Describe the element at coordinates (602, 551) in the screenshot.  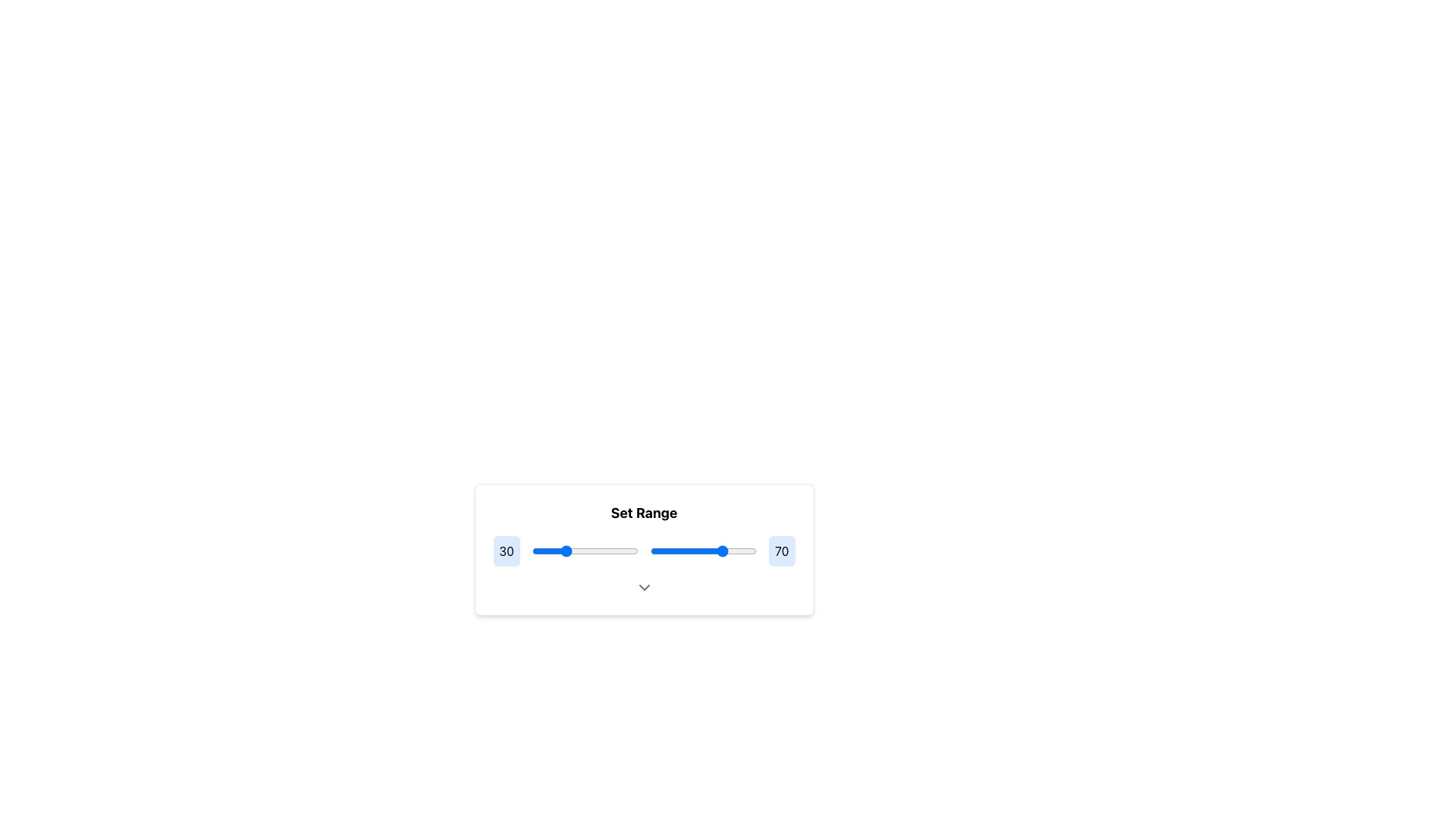
I see `the start value of the range slider` at that location.